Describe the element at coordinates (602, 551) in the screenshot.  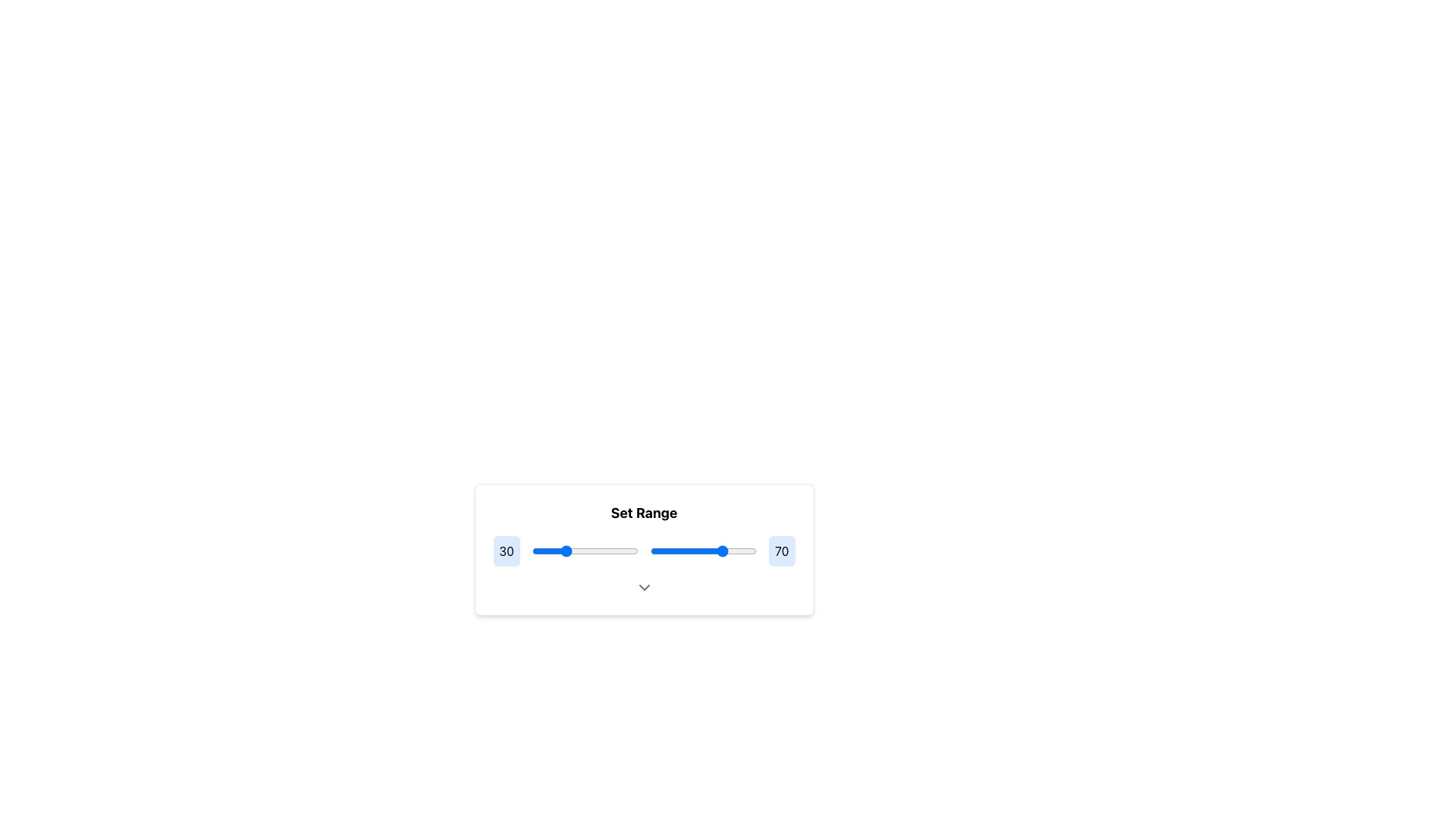
I see `the start value of the range slider` at that location.